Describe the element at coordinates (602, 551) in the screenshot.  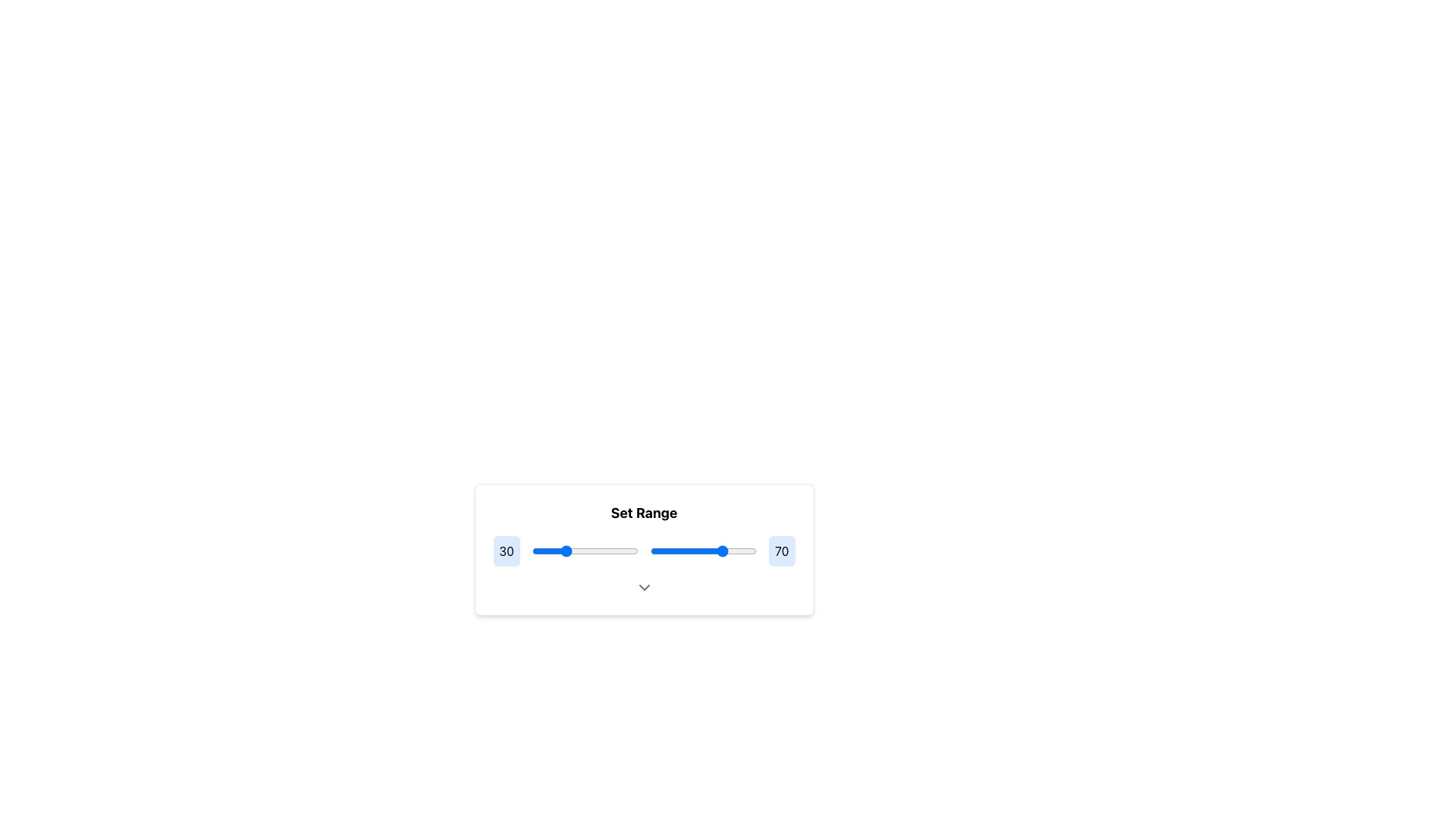
I see `the start value of the range slider` at that location.